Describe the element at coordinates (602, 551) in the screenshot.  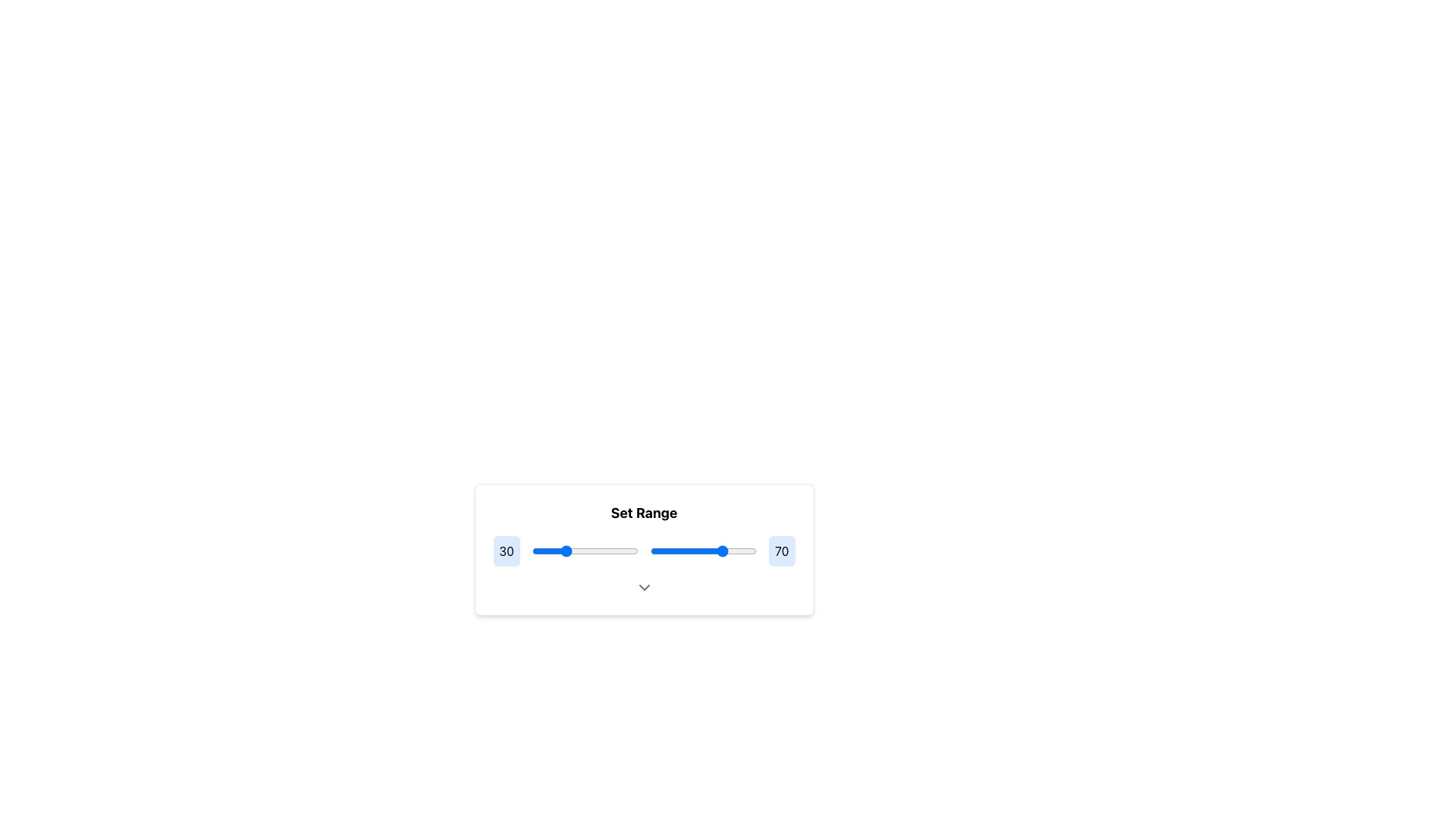
I see `the start value of the range slider` at that location.